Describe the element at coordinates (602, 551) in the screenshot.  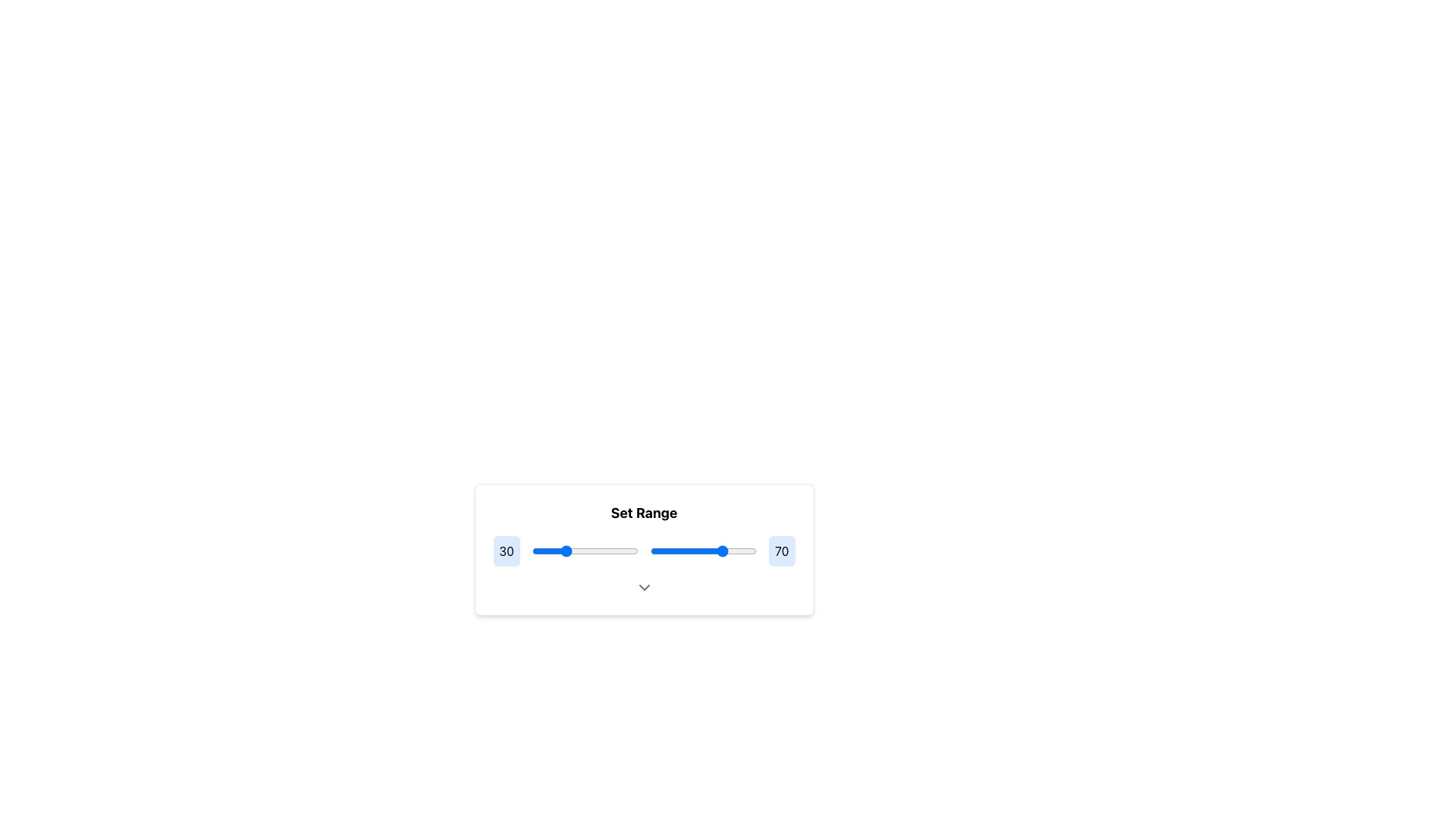
I see `the start value of the range slider` at that location.